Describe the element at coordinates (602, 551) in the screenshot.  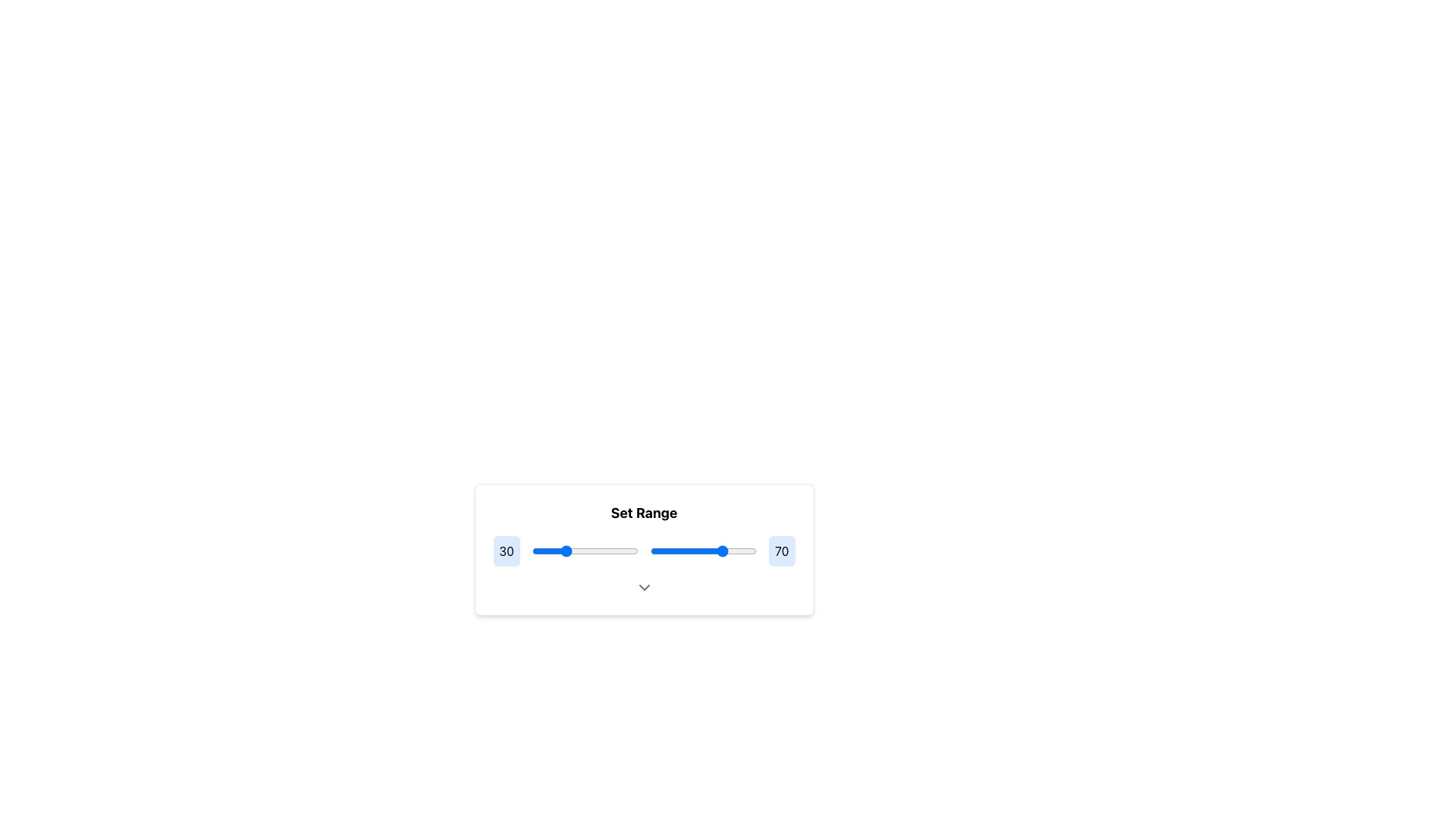
I see `the start value of the range slider` at that location.